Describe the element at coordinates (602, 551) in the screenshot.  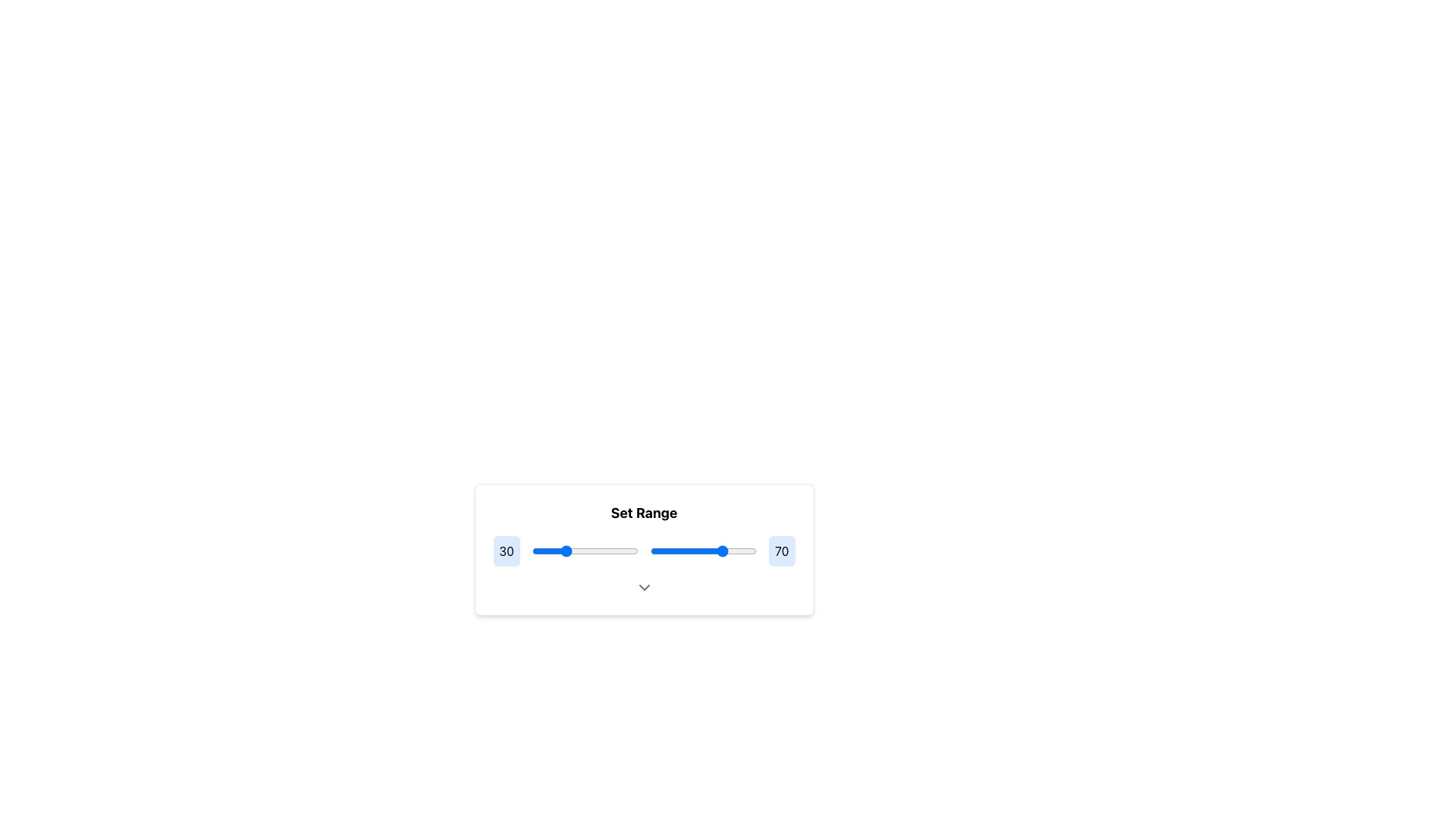
I see `the start value of the range slider` at that location.